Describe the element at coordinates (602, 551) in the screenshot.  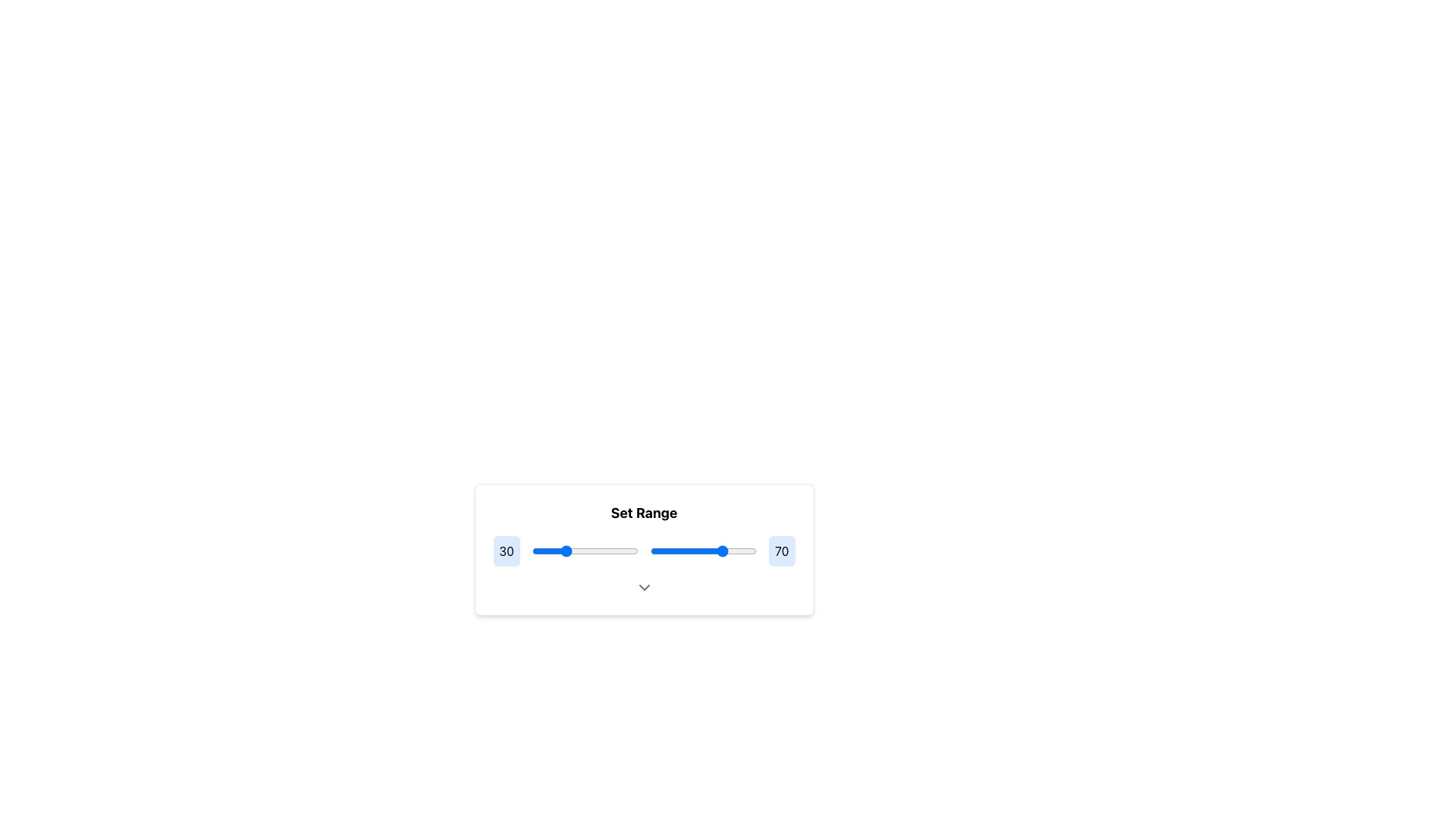
I see `the start value of the range slider` at that location.